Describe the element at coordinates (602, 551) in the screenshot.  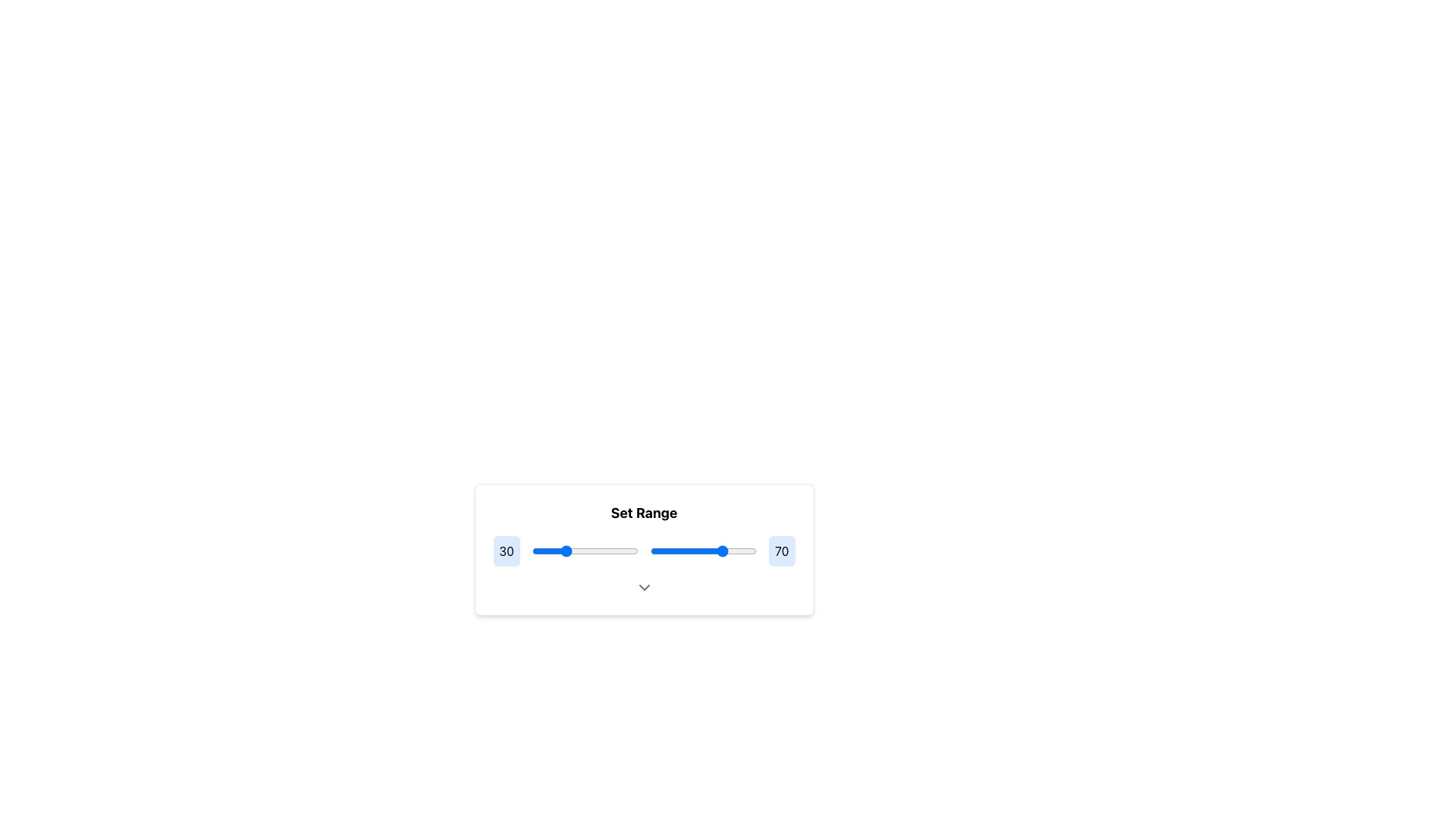
I see `the start value of the range slider` at that location.